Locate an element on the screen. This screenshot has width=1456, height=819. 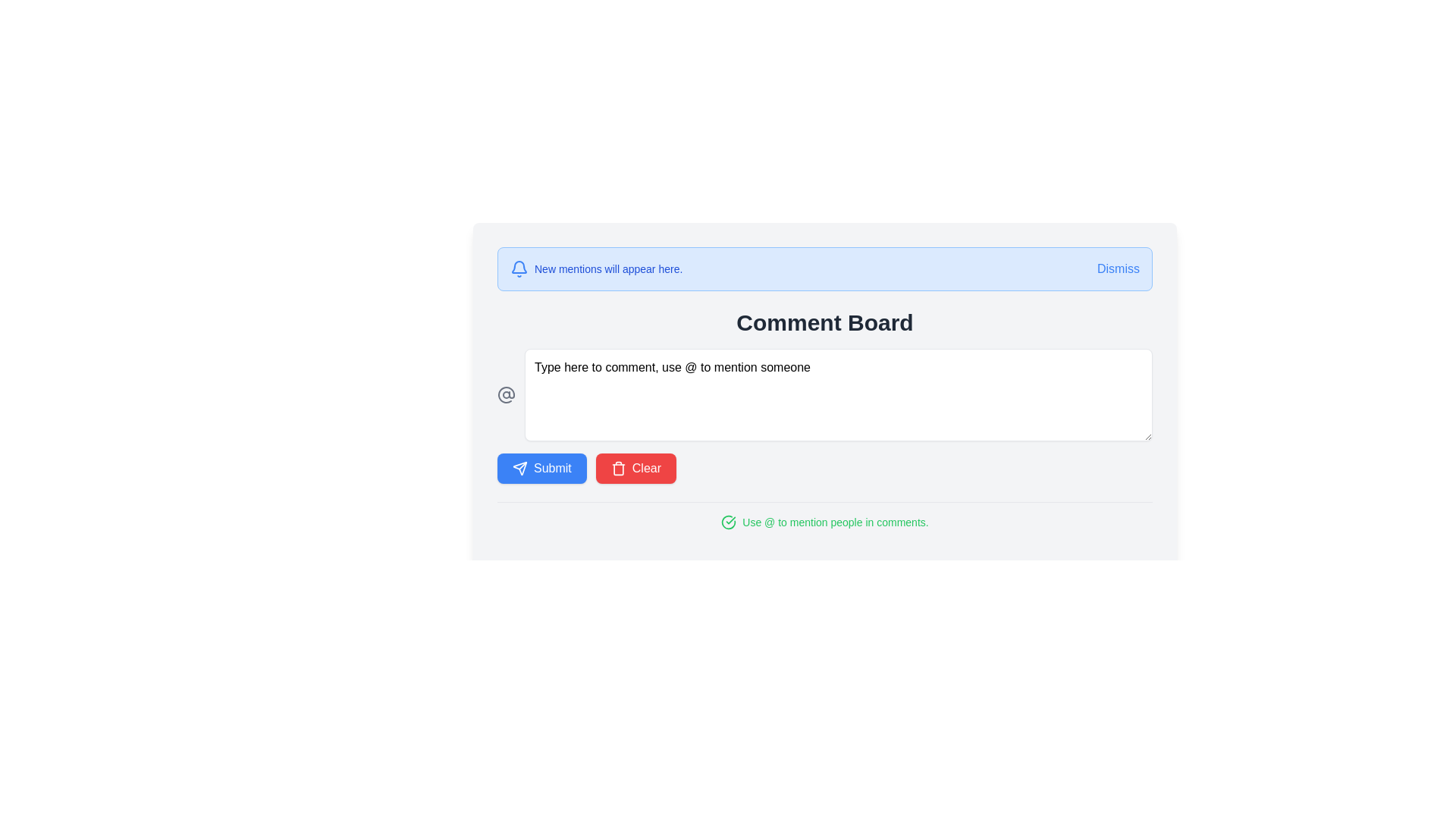
the informational row containing a green check icon and the text 'Use @ to mention people in comments.' is located at coordinates (824, 522).